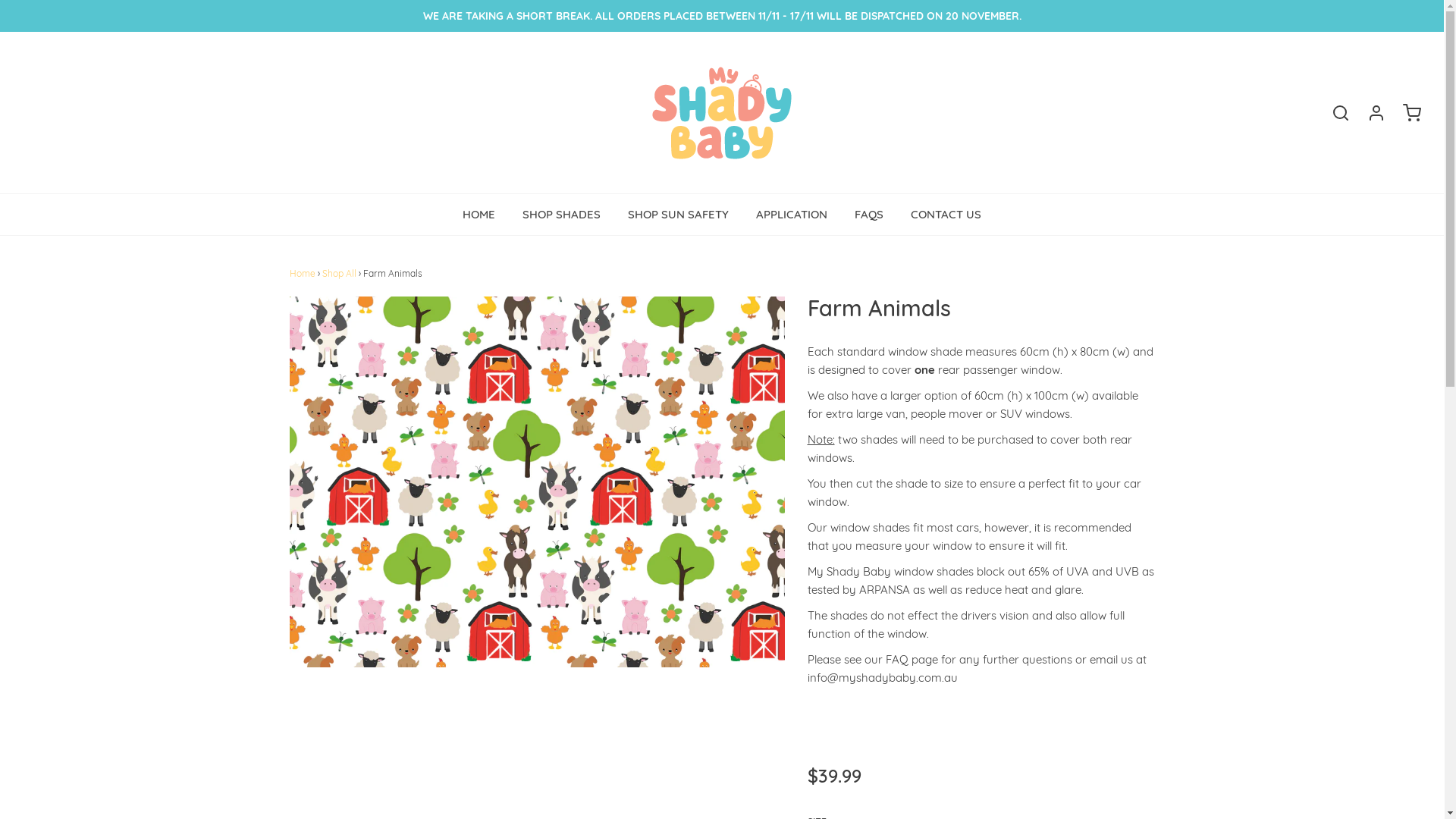 The width and height of the screenshot is (1456, 819). What do you see at coordinates (338, 273) in the screenshot?
I see `'Shop All'` at bounding box center [338, 273].